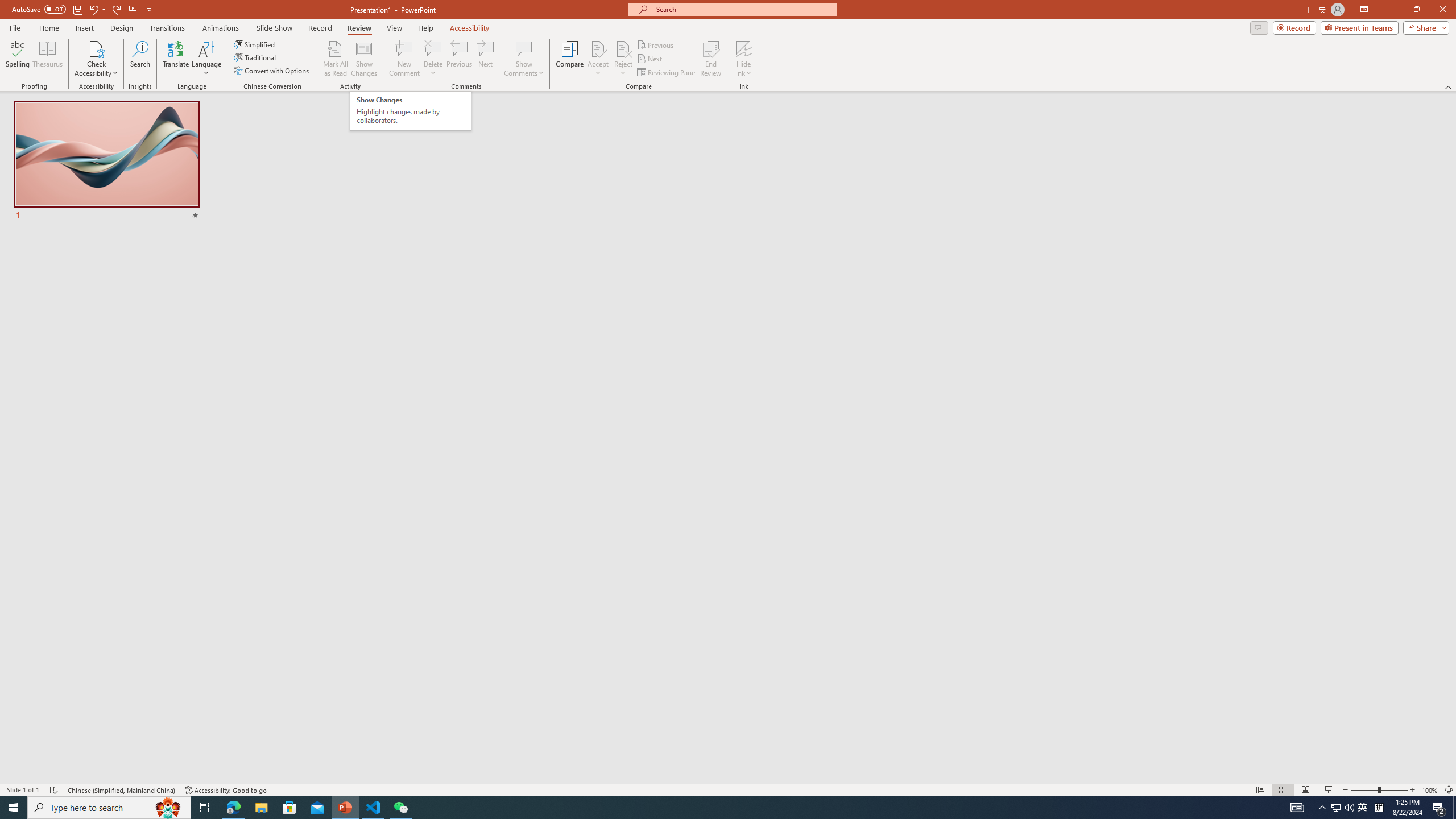 The image size is (1456, 819). What do you see at coordinates (666, 72) in the screenshot?
I see `'Reviewing Pane'` at bounding box center [666, 72].